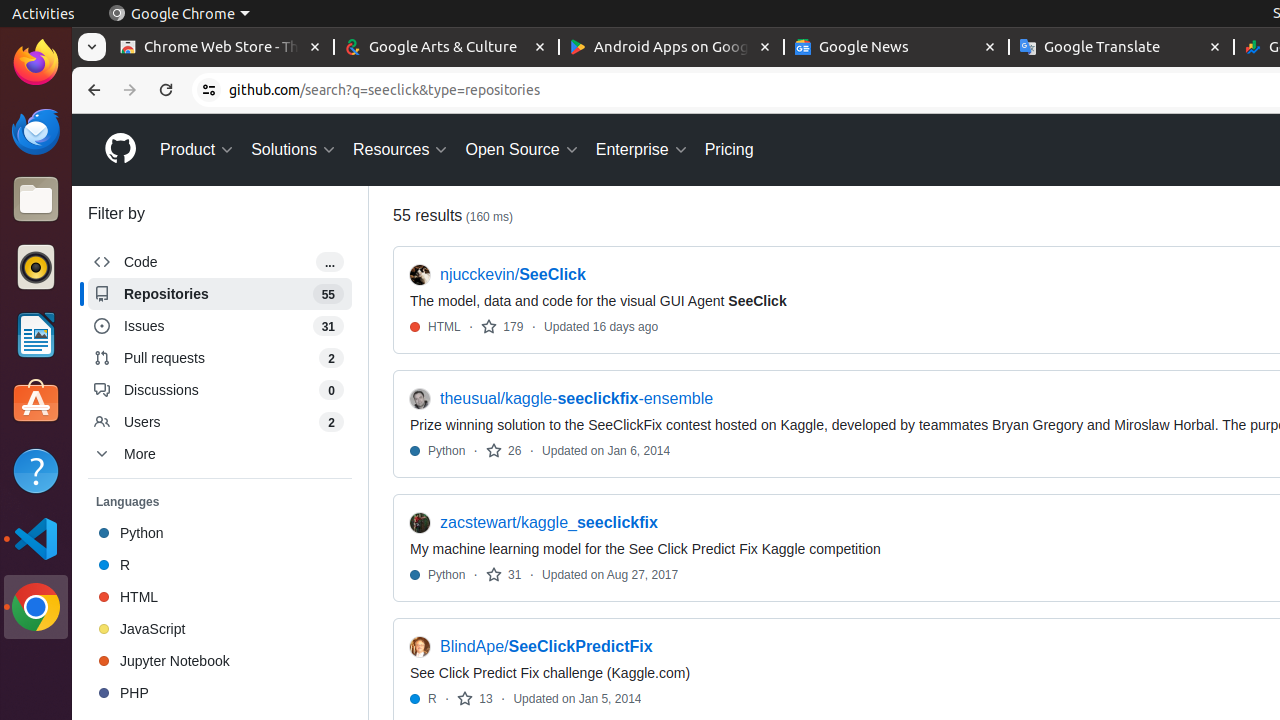 The width and height of the screenshot is (1280, 720). What do you see at coordinates (35, 61) in the screenshot?
I see `'Firefox Web Browser'` at bounding box center [35, 61].